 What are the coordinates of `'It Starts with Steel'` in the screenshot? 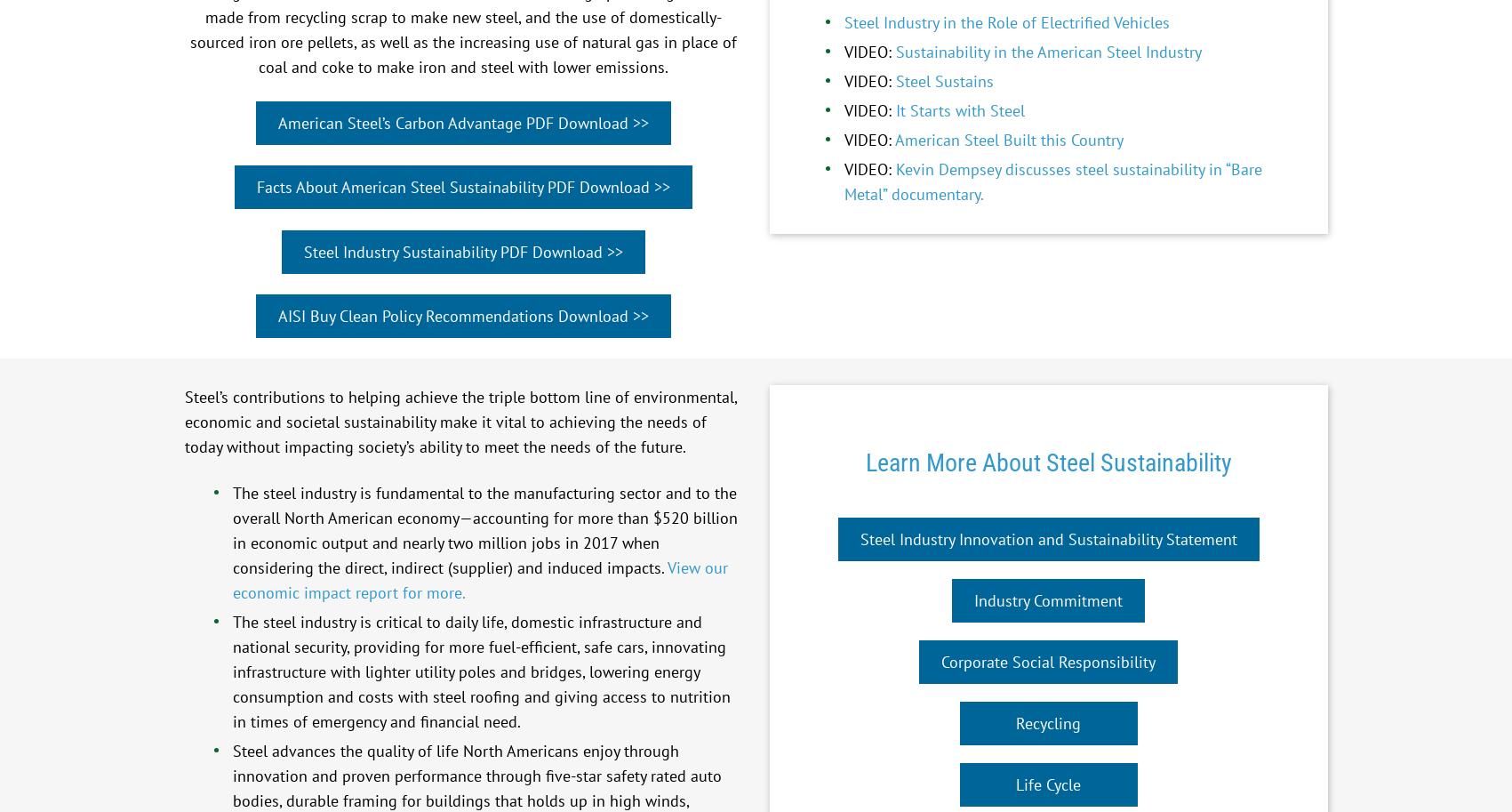 It's located at (959, 109).